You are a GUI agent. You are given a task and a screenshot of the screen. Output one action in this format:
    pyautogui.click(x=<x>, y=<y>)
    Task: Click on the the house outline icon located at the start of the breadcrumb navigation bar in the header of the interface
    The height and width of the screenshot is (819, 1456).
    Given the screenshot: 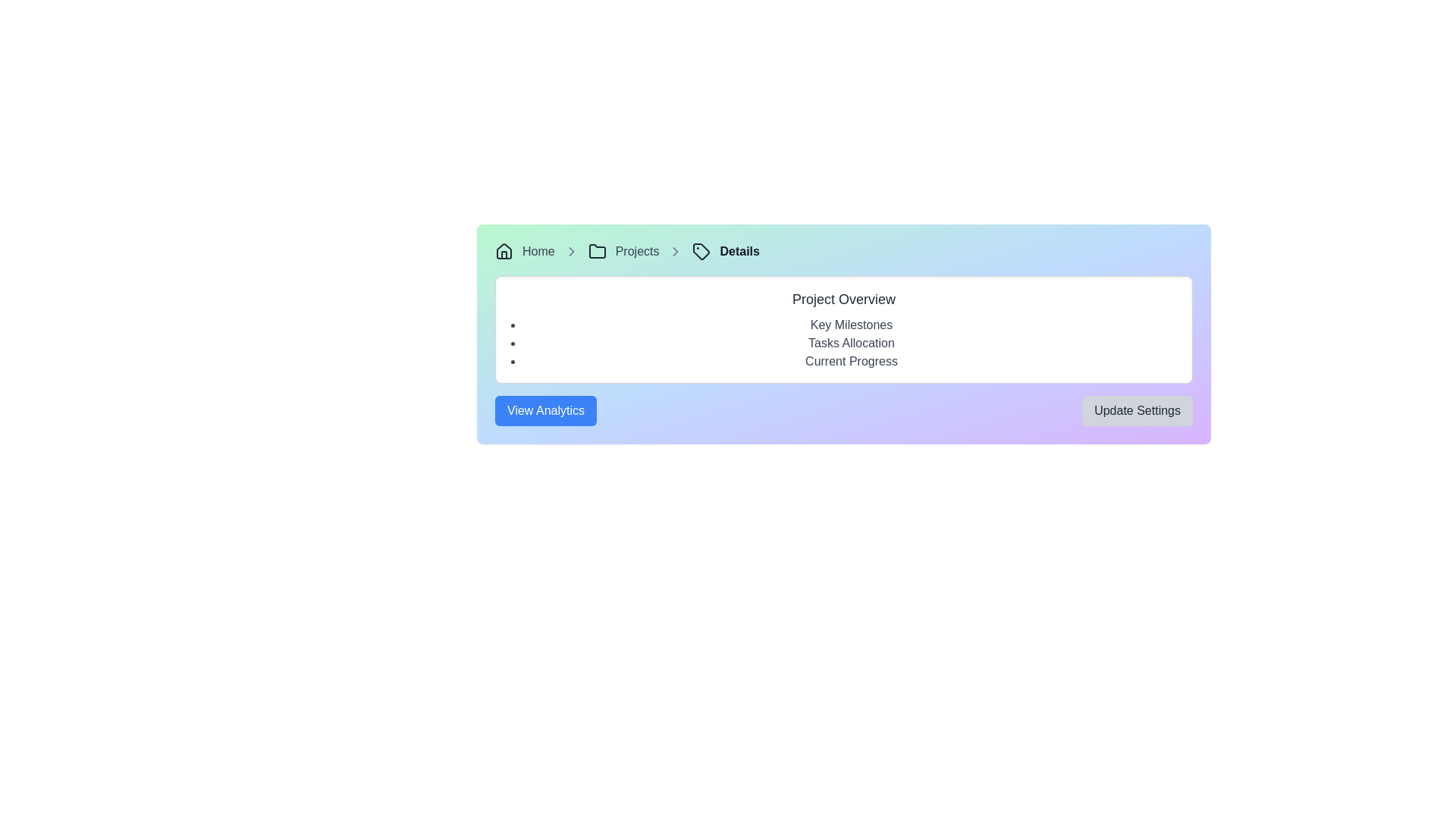 What is the action you would take?
    pyautogui.click(x=504, y=250)
    